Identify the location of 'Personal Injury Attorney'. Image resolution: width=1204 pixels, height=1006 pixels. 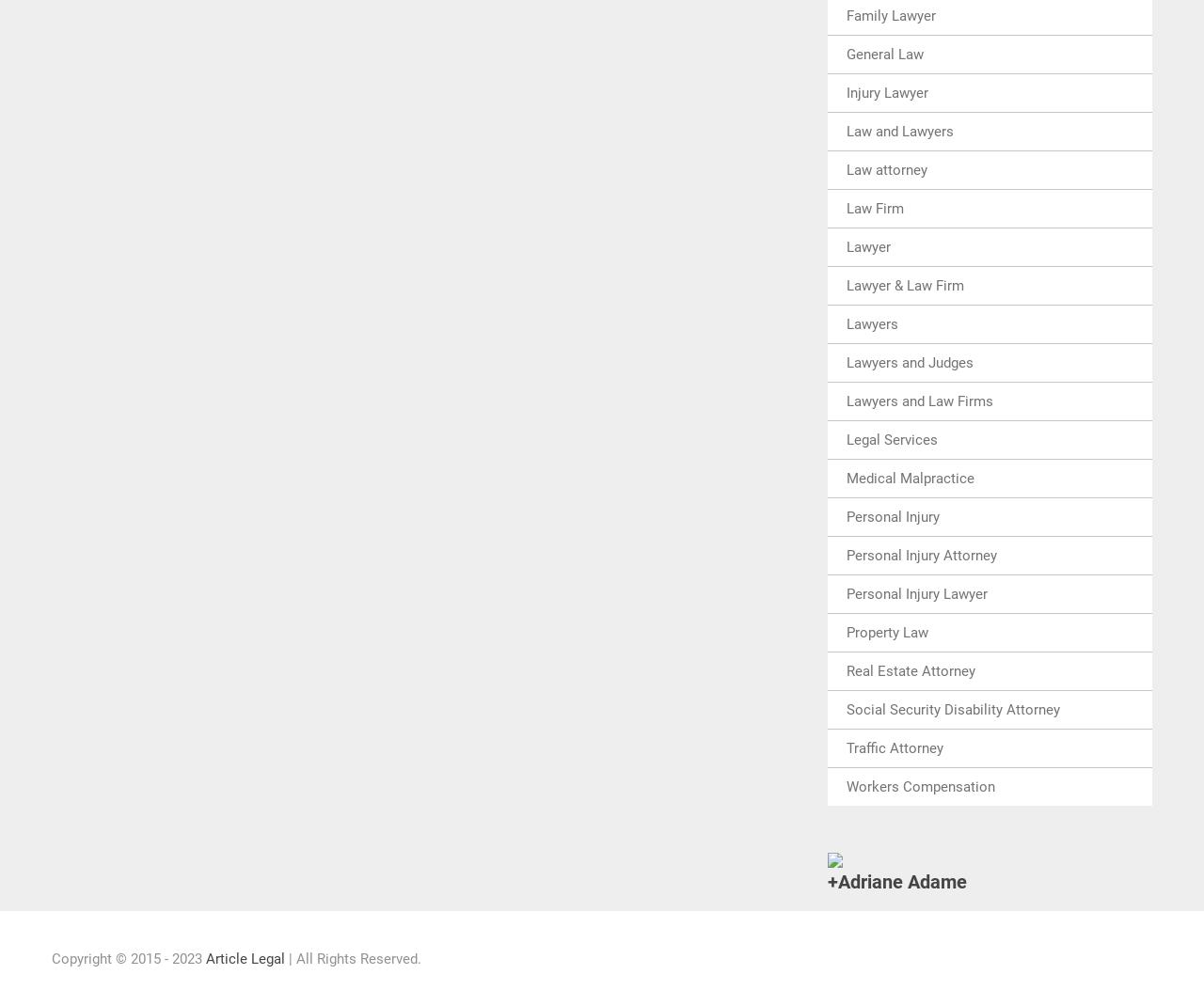
(921, 553).